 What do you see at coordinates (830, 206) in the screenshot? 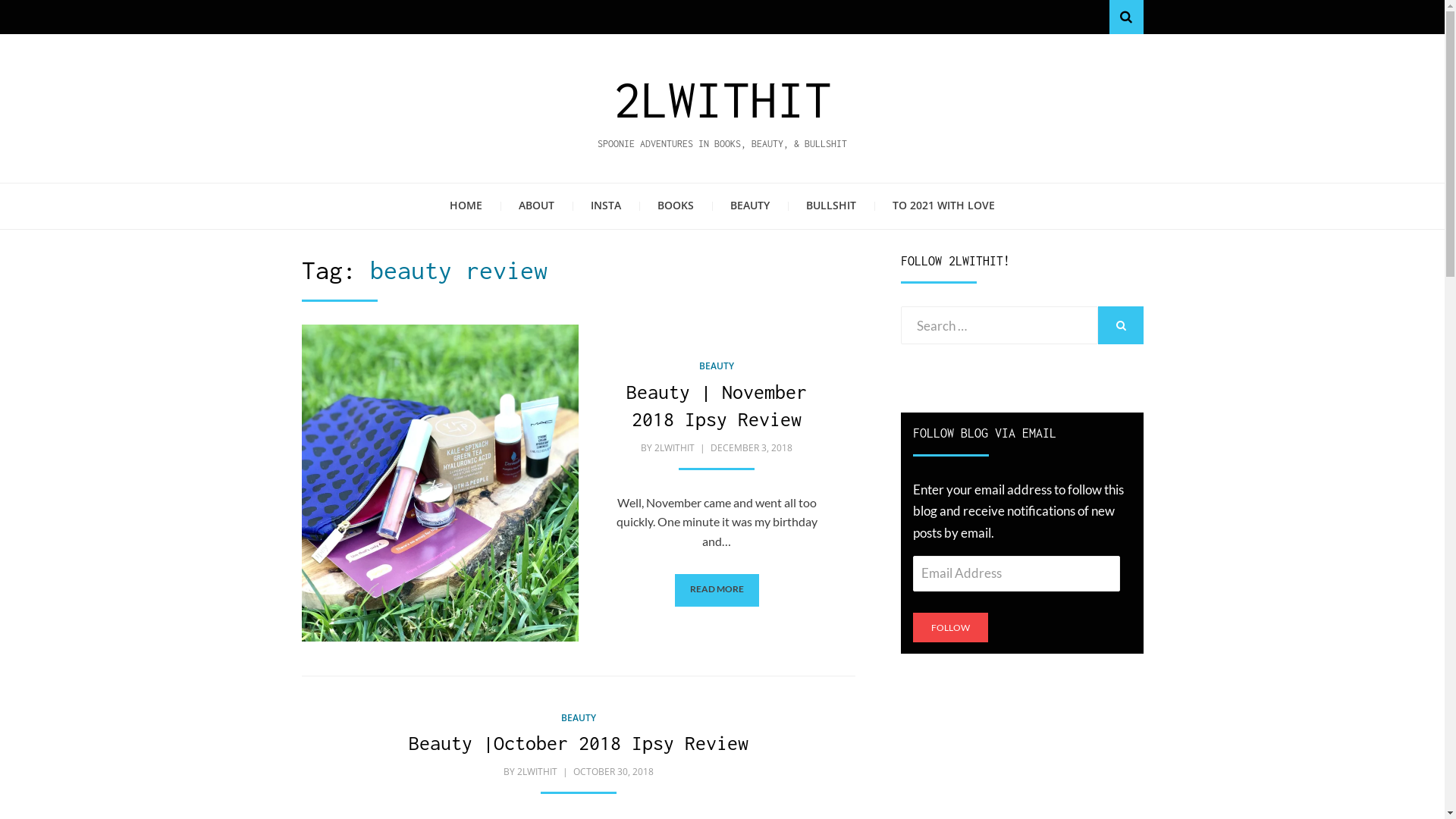
I see `'BULLSHIT'` at bounding box center [830, 206].